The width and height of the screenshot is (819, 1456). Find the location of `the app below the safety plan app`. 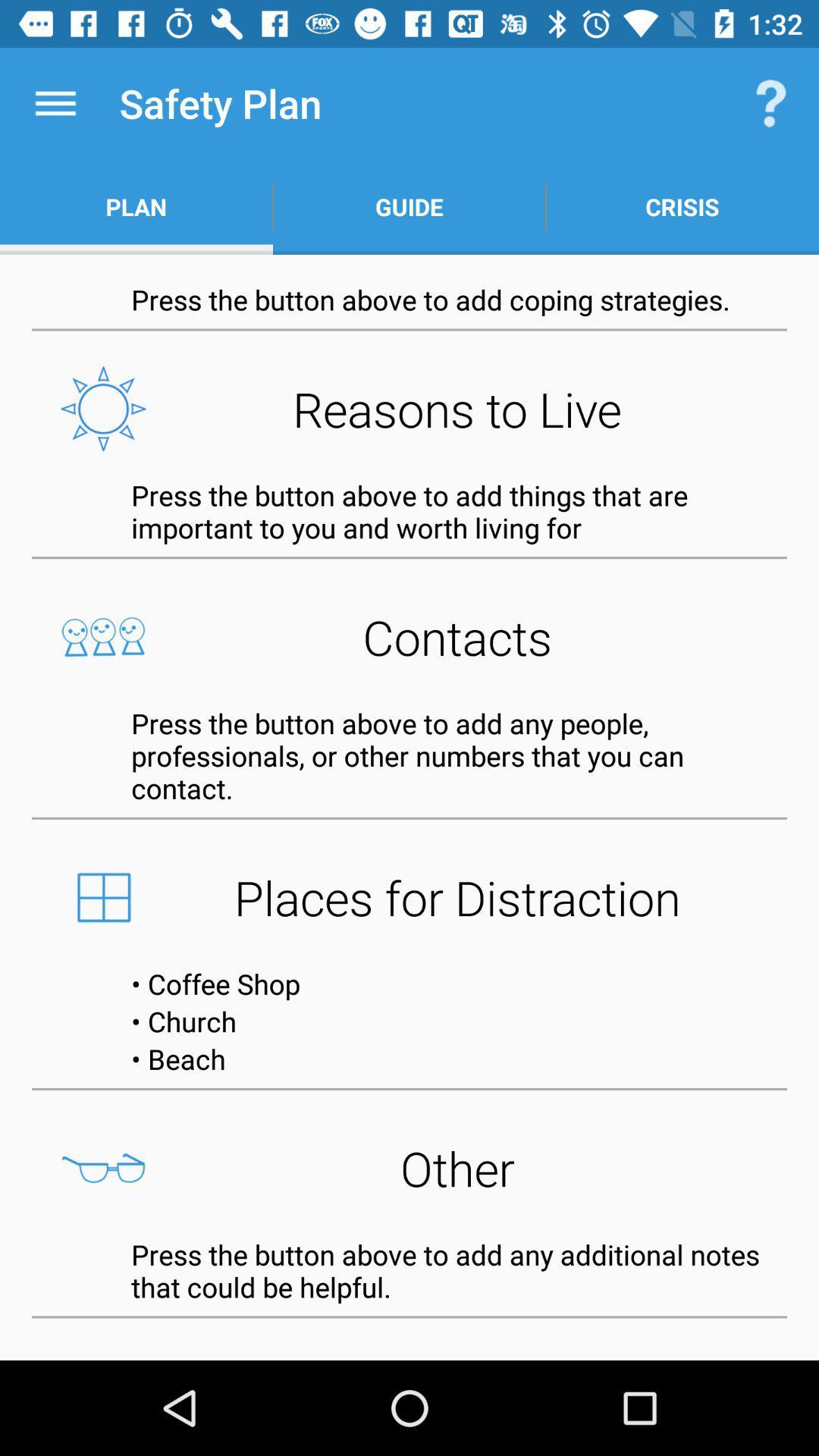

the app below the safety plan app is located at coordinates (409, 206).